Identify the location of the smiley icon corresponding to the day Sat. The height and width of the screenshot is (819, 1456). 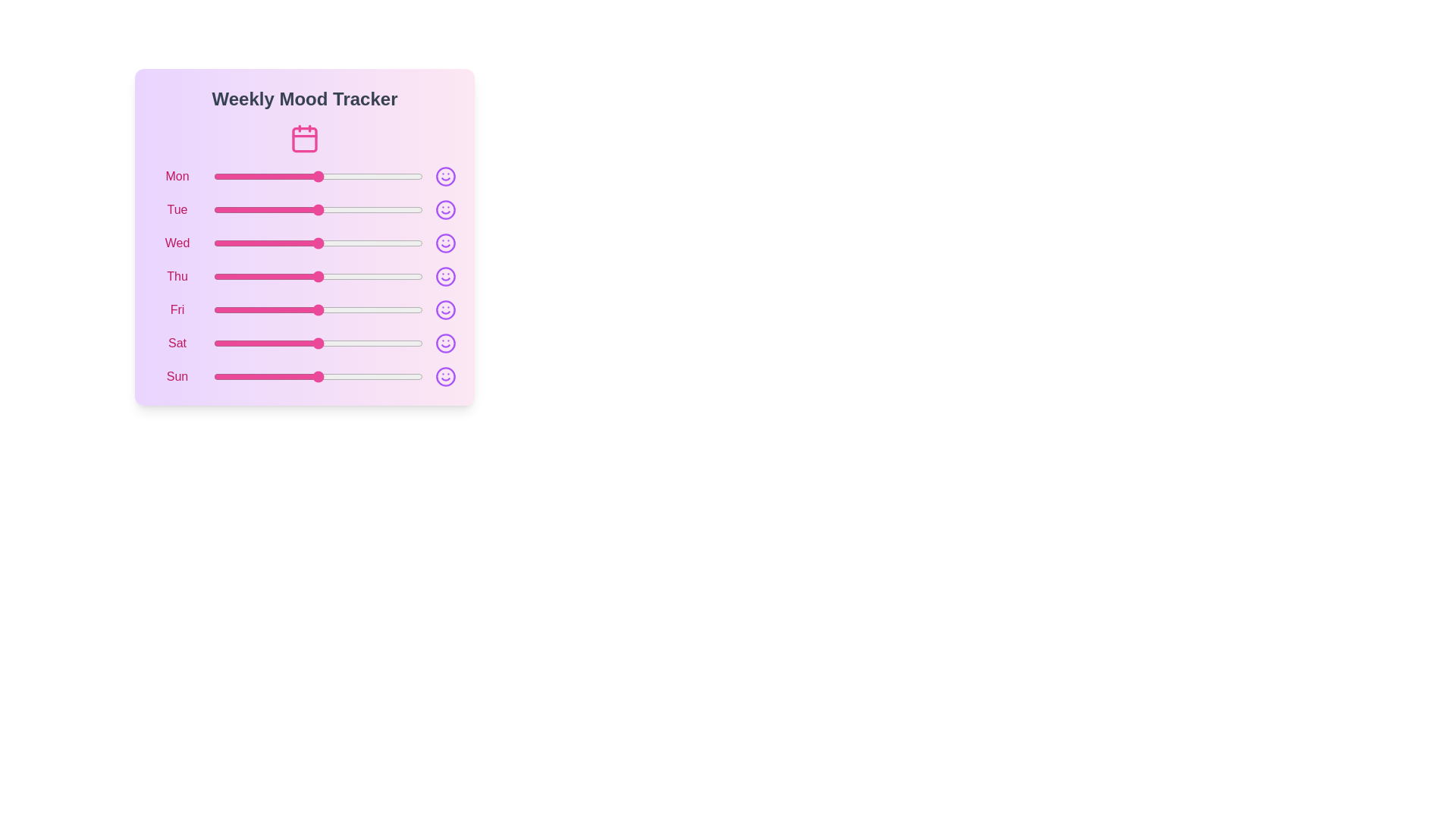
(445, 343).